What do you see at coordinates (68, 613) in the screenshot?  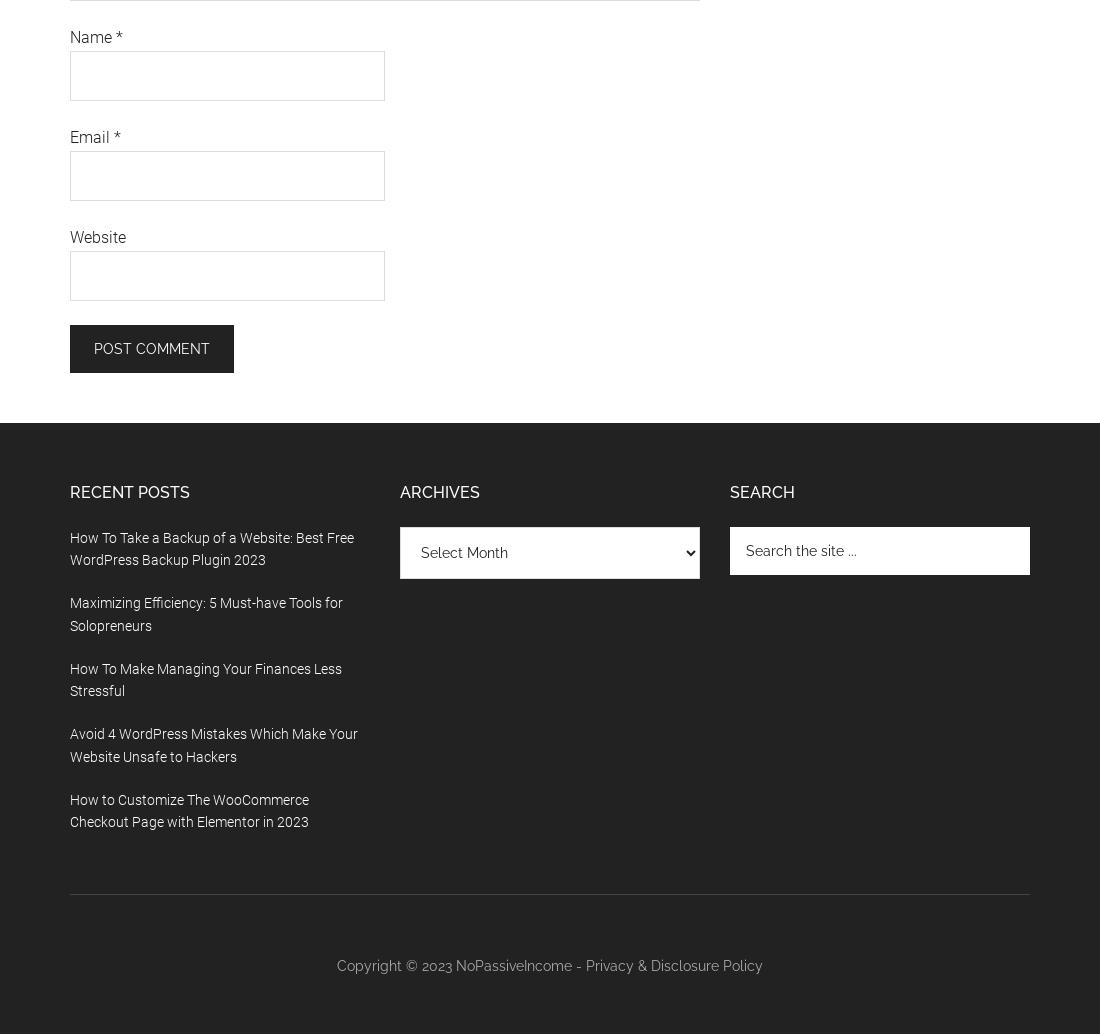 I see `'Maximizing Efficiency: 5 Must-have Tools for Solopreneurs'` at bounding box center [68, 613].